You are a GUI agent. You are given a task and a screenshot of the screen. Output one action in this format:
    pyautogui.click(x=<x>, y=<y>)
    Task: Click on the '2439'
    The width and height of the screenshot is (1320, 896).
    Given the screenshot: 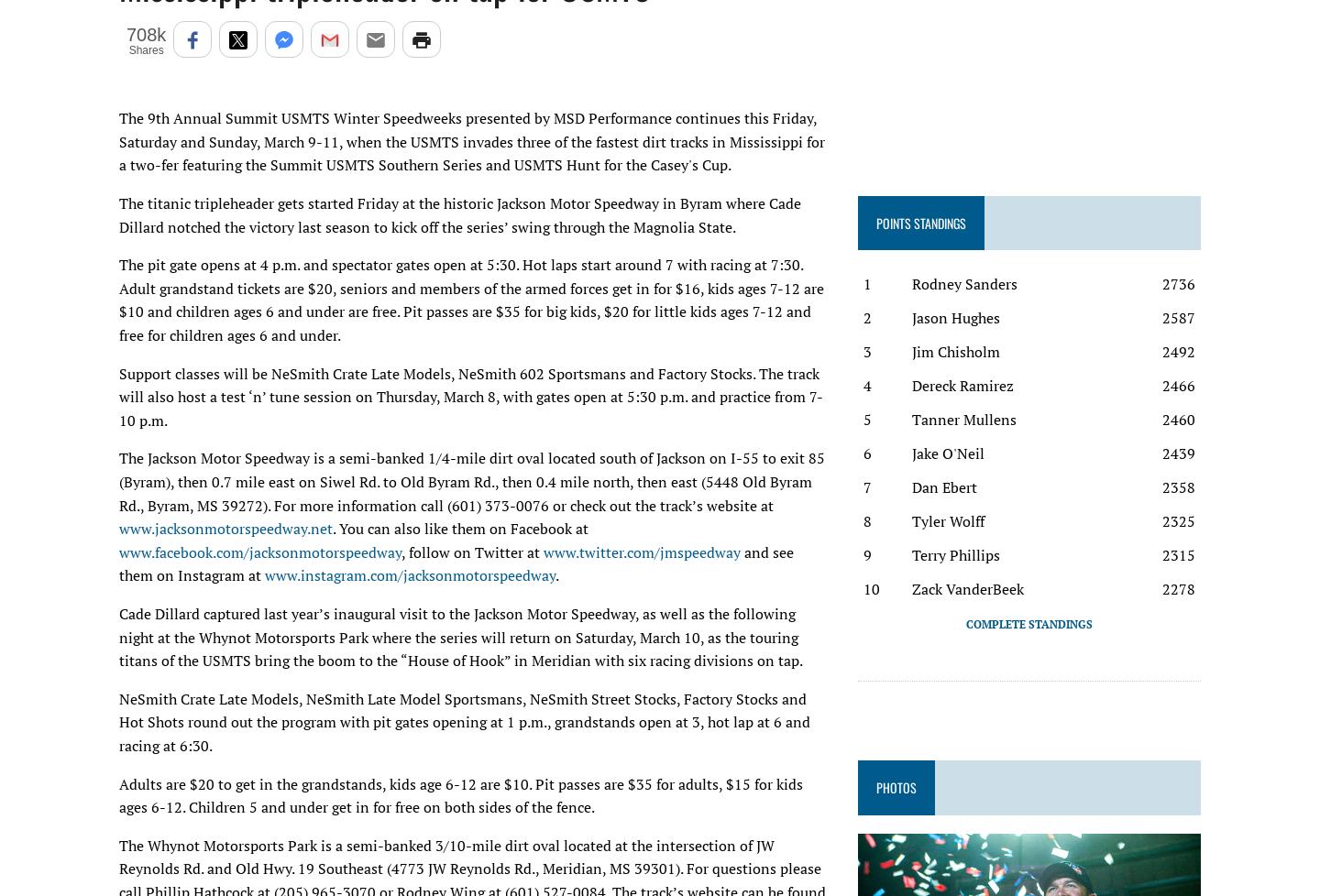 What is the action you would take?
    pyautogui.click(x=1161, y=453)
    